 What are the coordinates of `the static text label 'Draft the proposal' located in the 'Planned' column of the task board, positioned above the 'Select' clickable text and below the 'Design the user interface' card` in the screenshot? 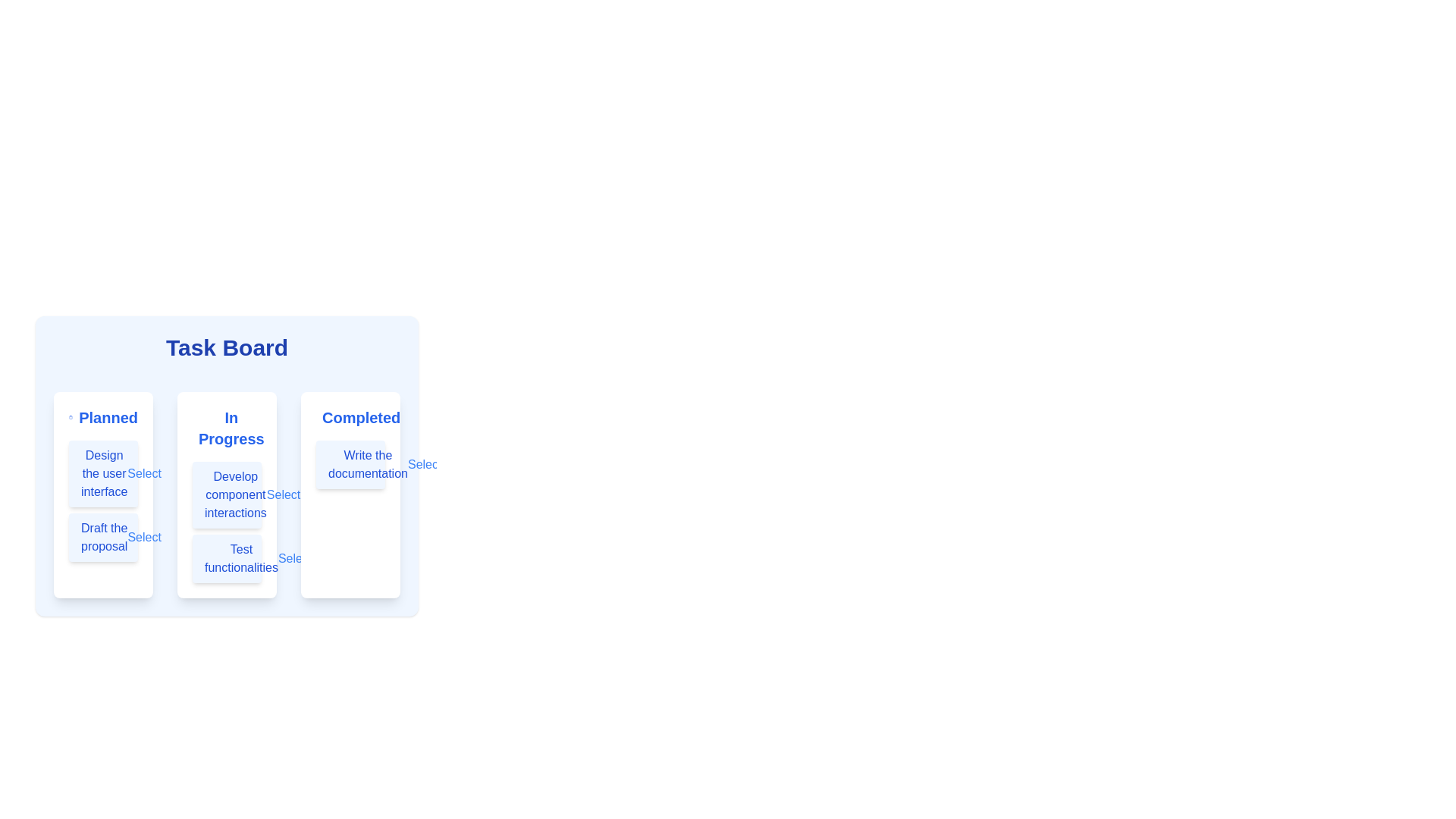 It's located at (103, 537).